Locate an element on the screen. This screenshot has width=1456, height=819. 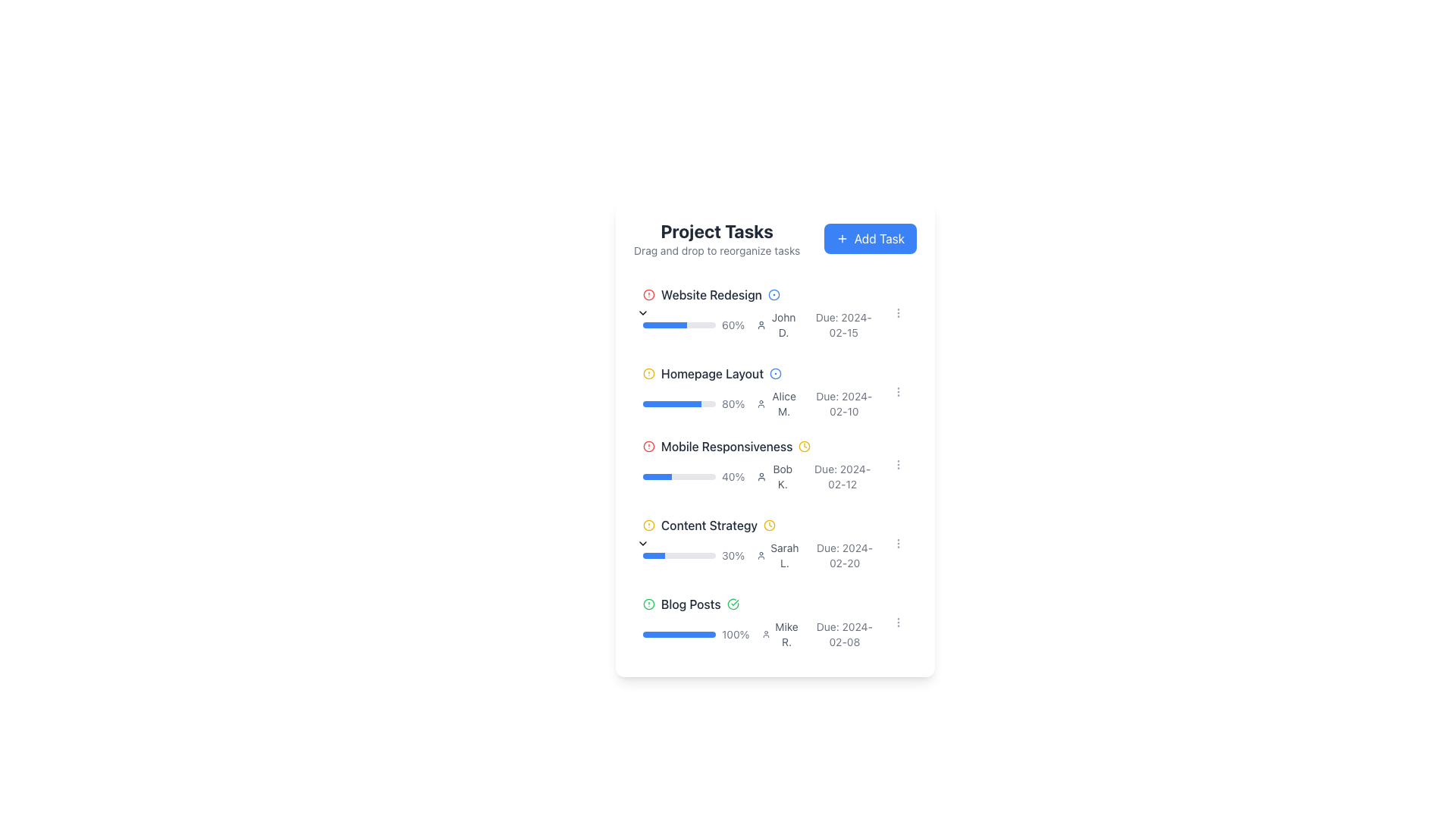
the SVG icon (plus sign) that indicates the action of adding a new task, located at the center of the 'Add Task' button in the top-right section of the 'Project Tasks' card is located at coordinates (841, 239).